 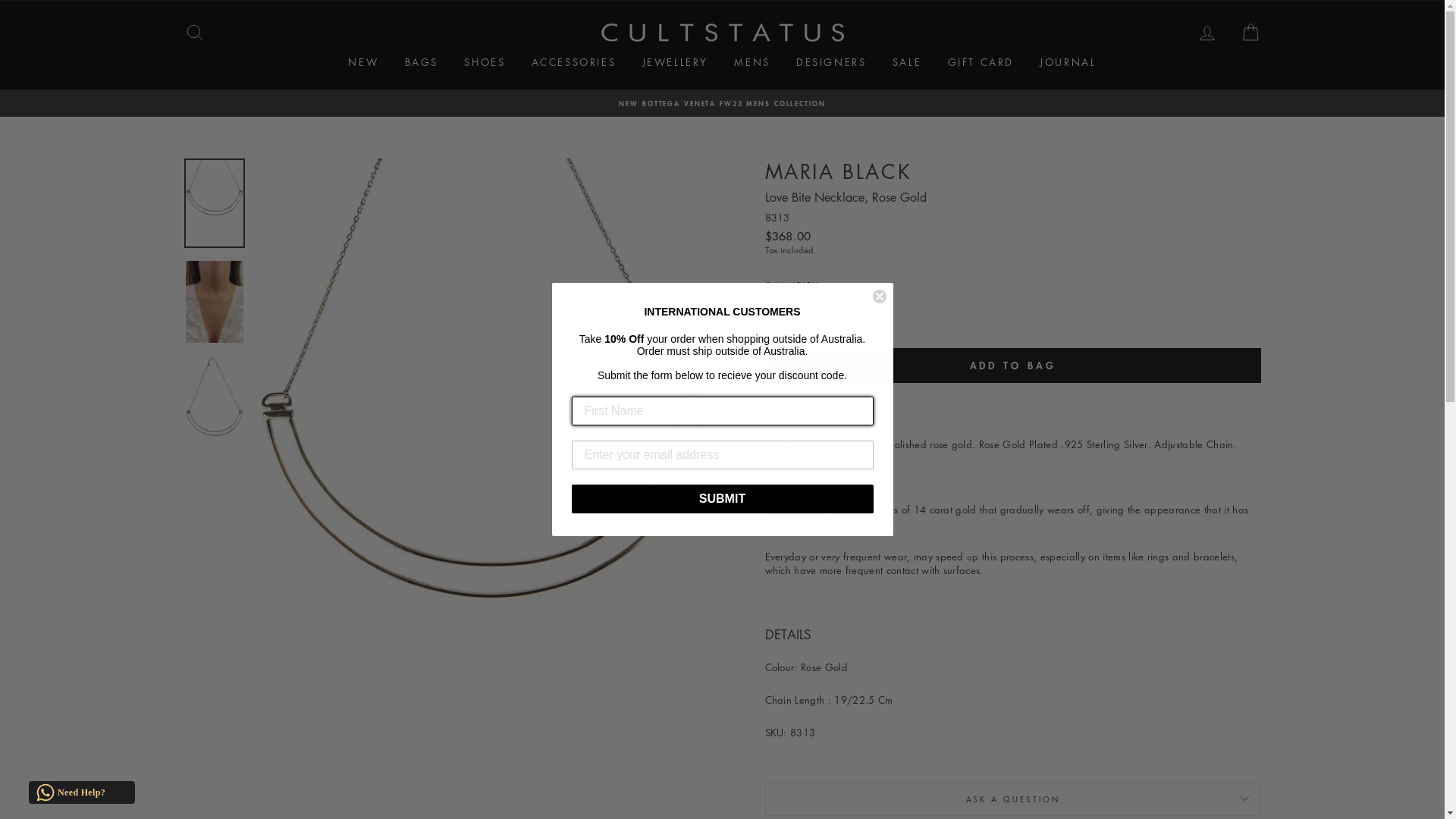 I want to click on 'MENS', so click(x=752, y=61).